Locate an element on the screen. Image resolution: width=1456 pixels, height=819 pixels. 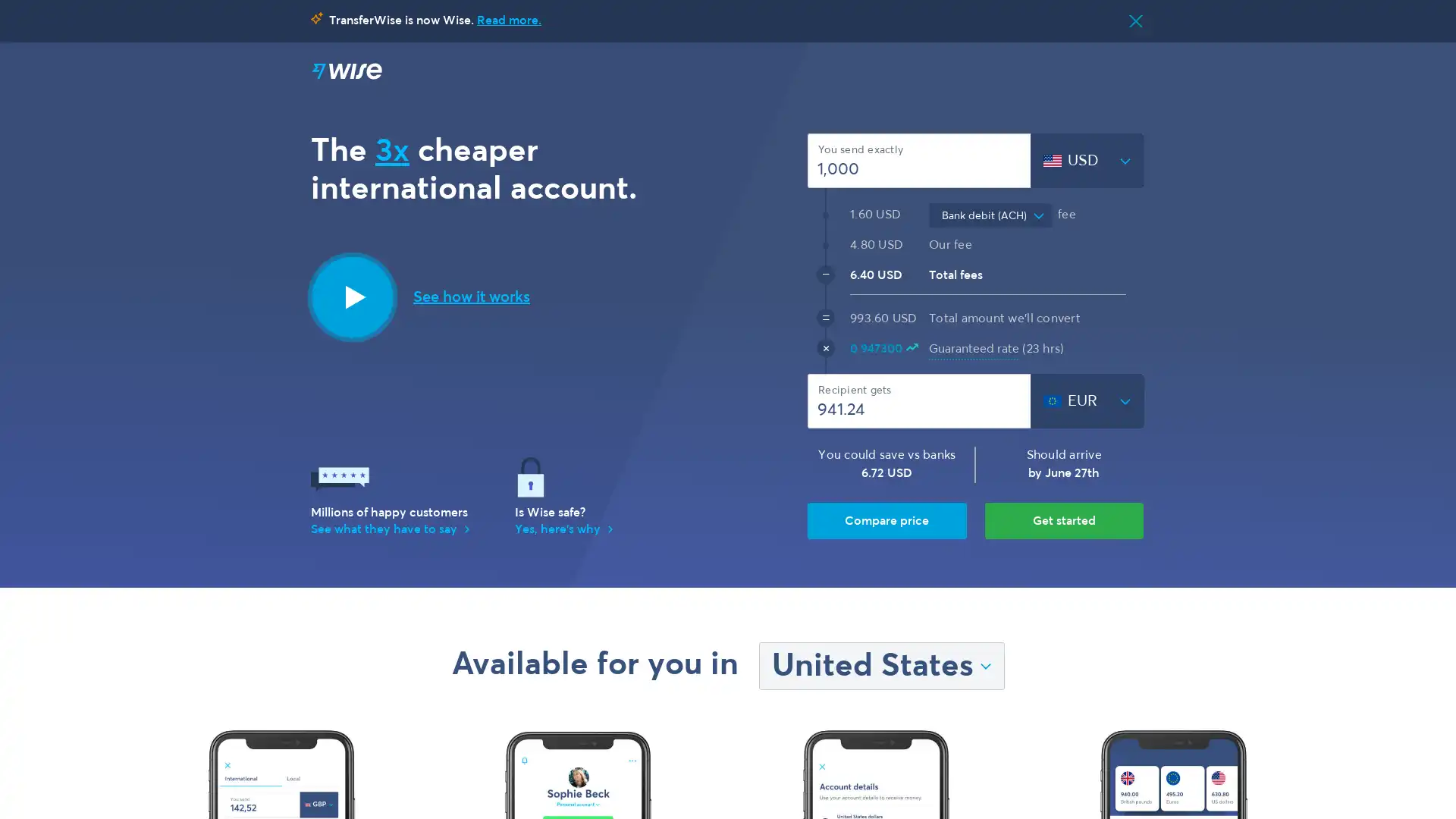
Close banner is located at coordinates (1135, 20).